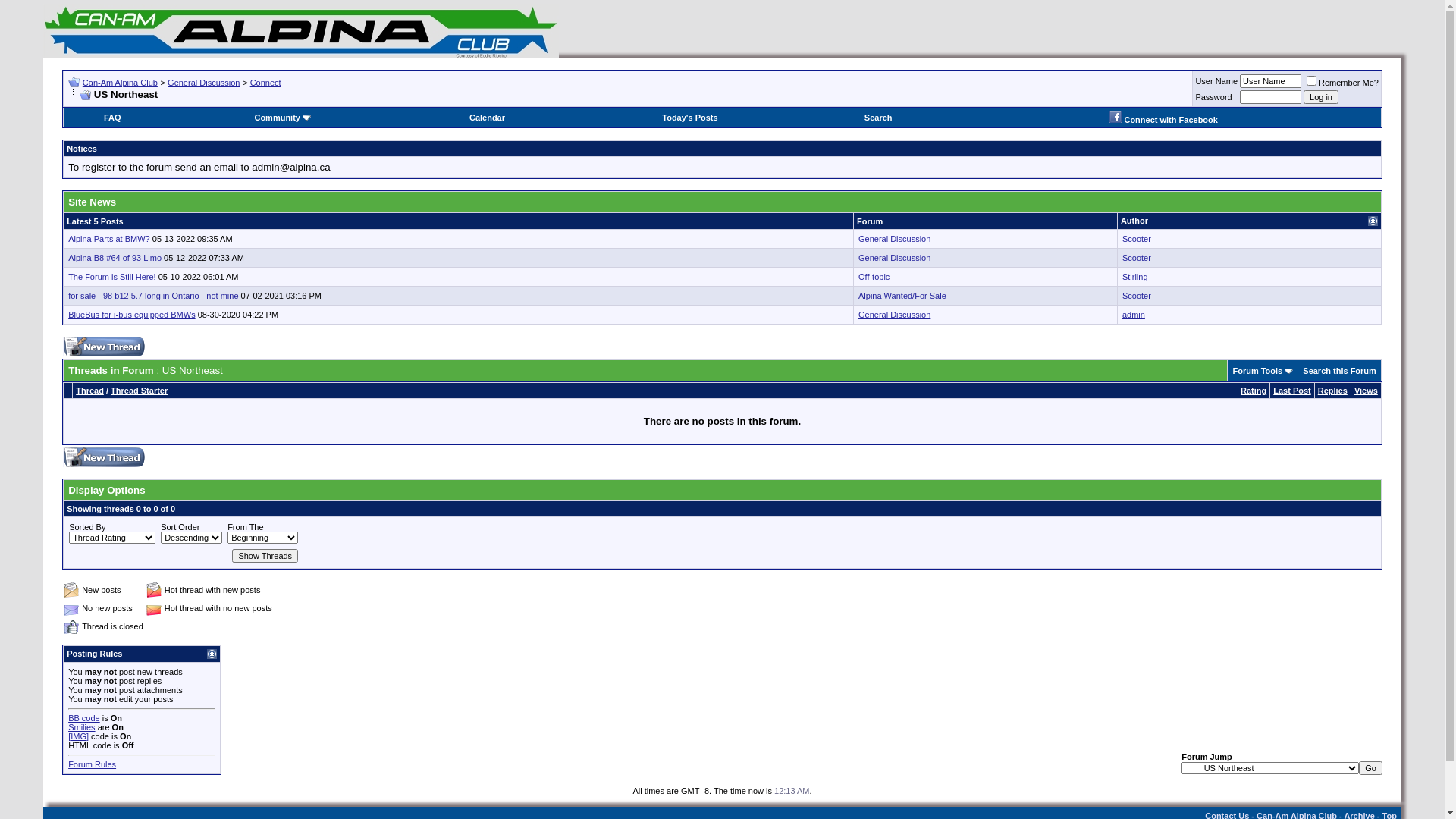  I want to click on 'New posts', so click(71, 589).